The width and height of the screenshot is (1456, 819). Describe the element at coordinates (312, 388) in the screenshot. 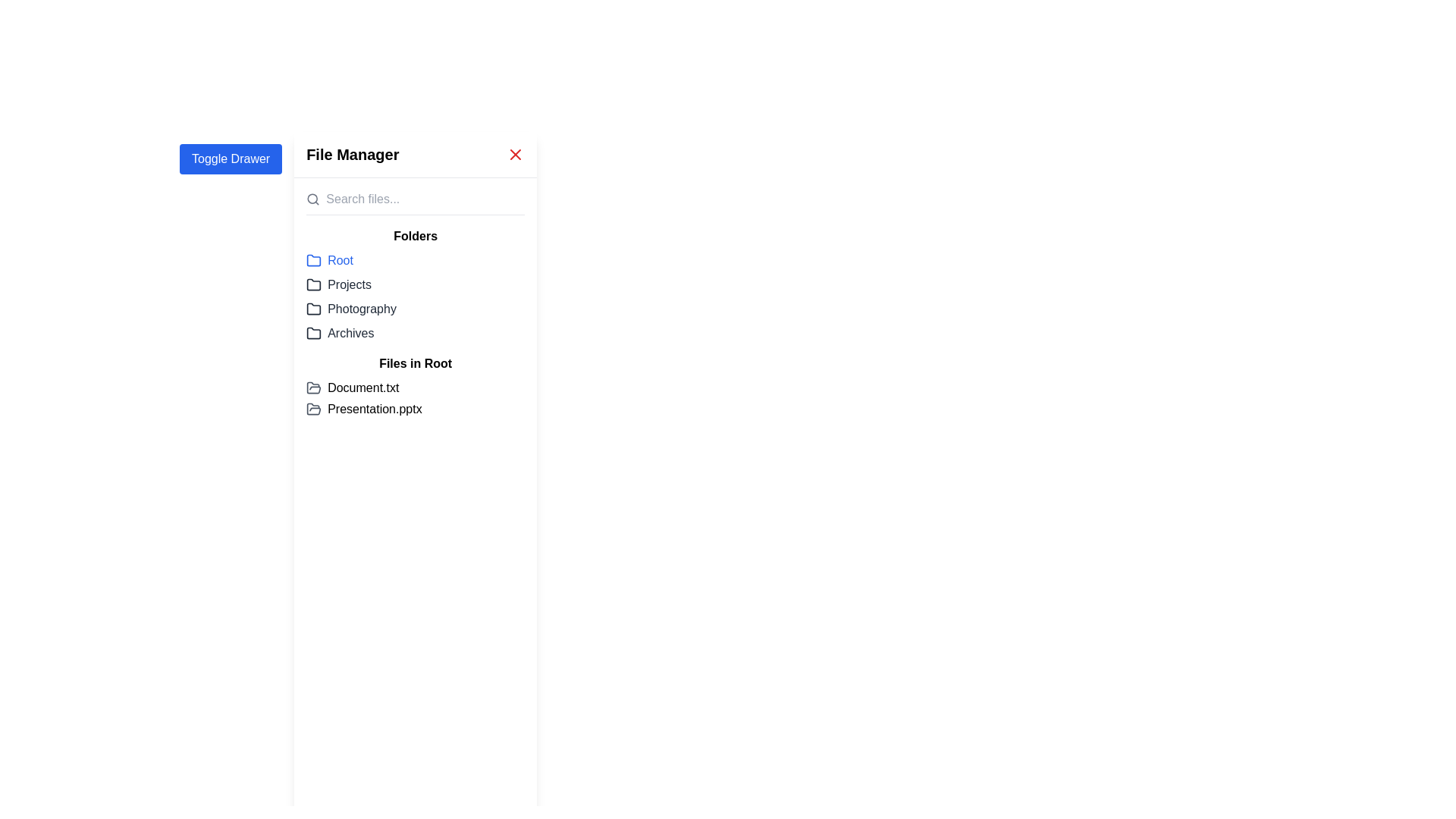

I see `the open folder icon located to the left of 'Document.txt' under the 'Files in Root' section` at that location.